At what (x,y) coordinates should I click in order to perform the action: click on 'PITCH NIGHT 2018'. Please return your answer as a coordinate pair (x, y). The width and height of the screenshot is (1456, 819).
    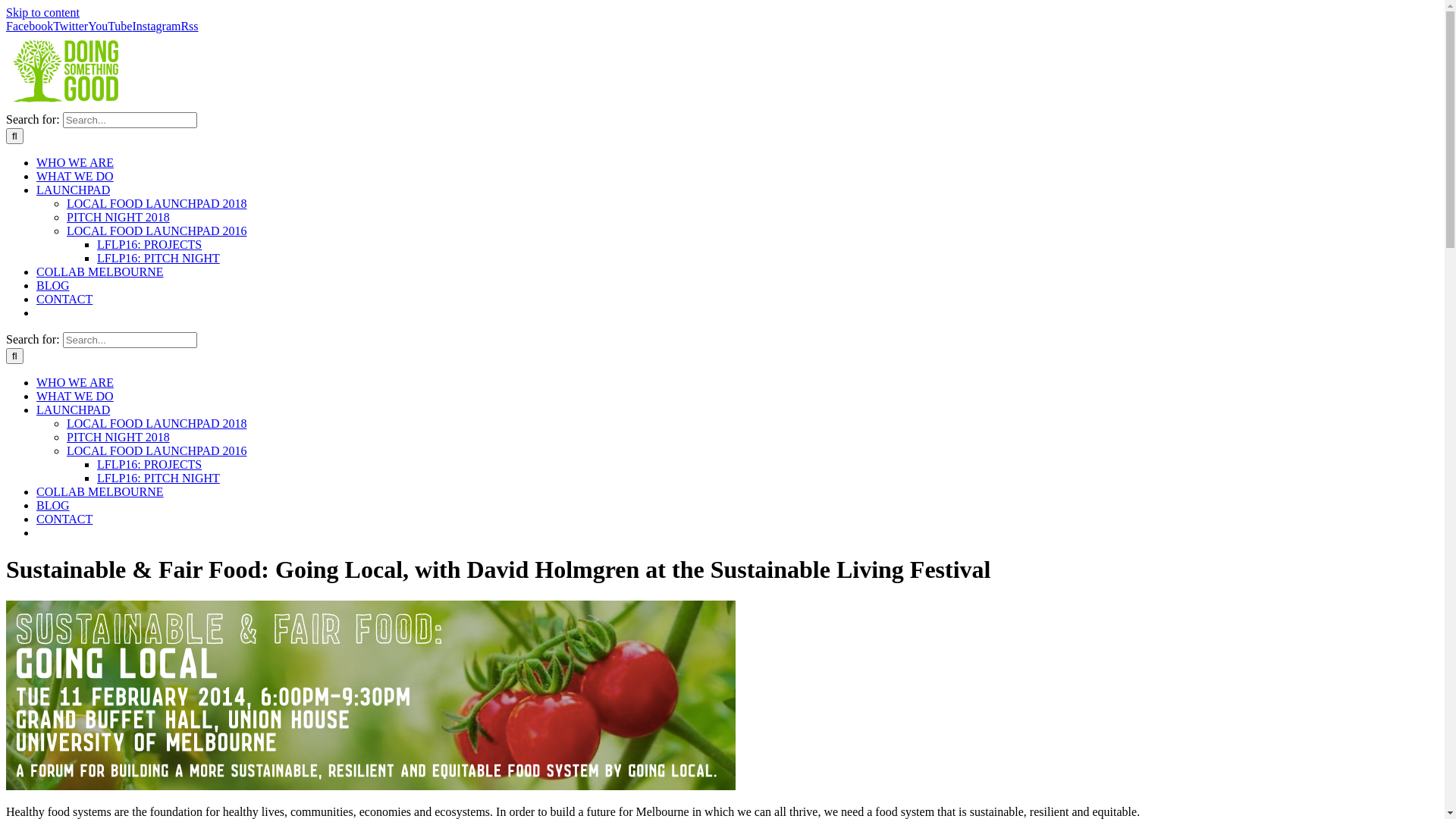
    Looking at the image, I should click on (118, 217).